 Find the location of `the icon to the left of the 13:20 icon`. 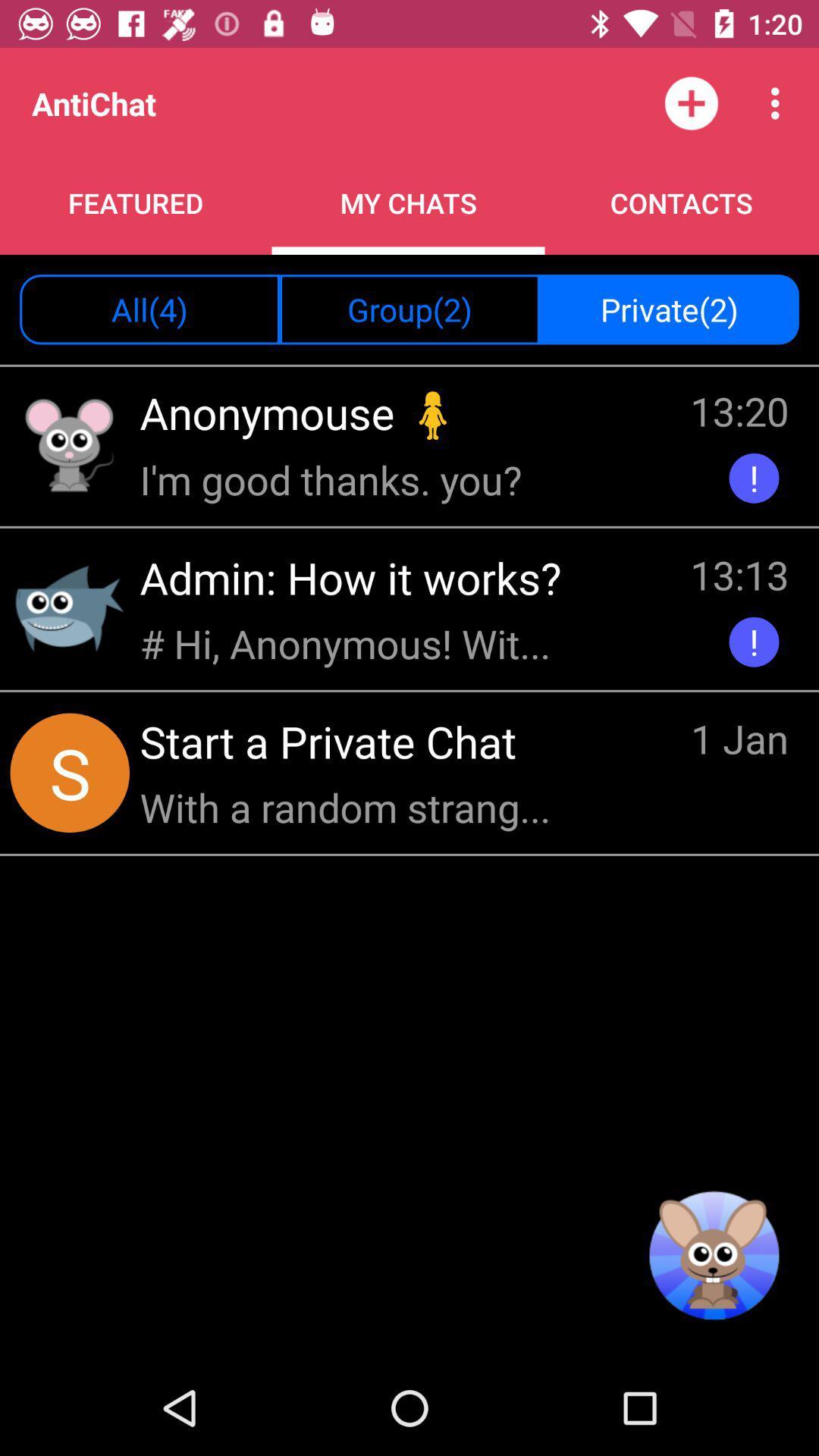

the icon to the left of the 13:20 icon is located at coordinates (305, 413).